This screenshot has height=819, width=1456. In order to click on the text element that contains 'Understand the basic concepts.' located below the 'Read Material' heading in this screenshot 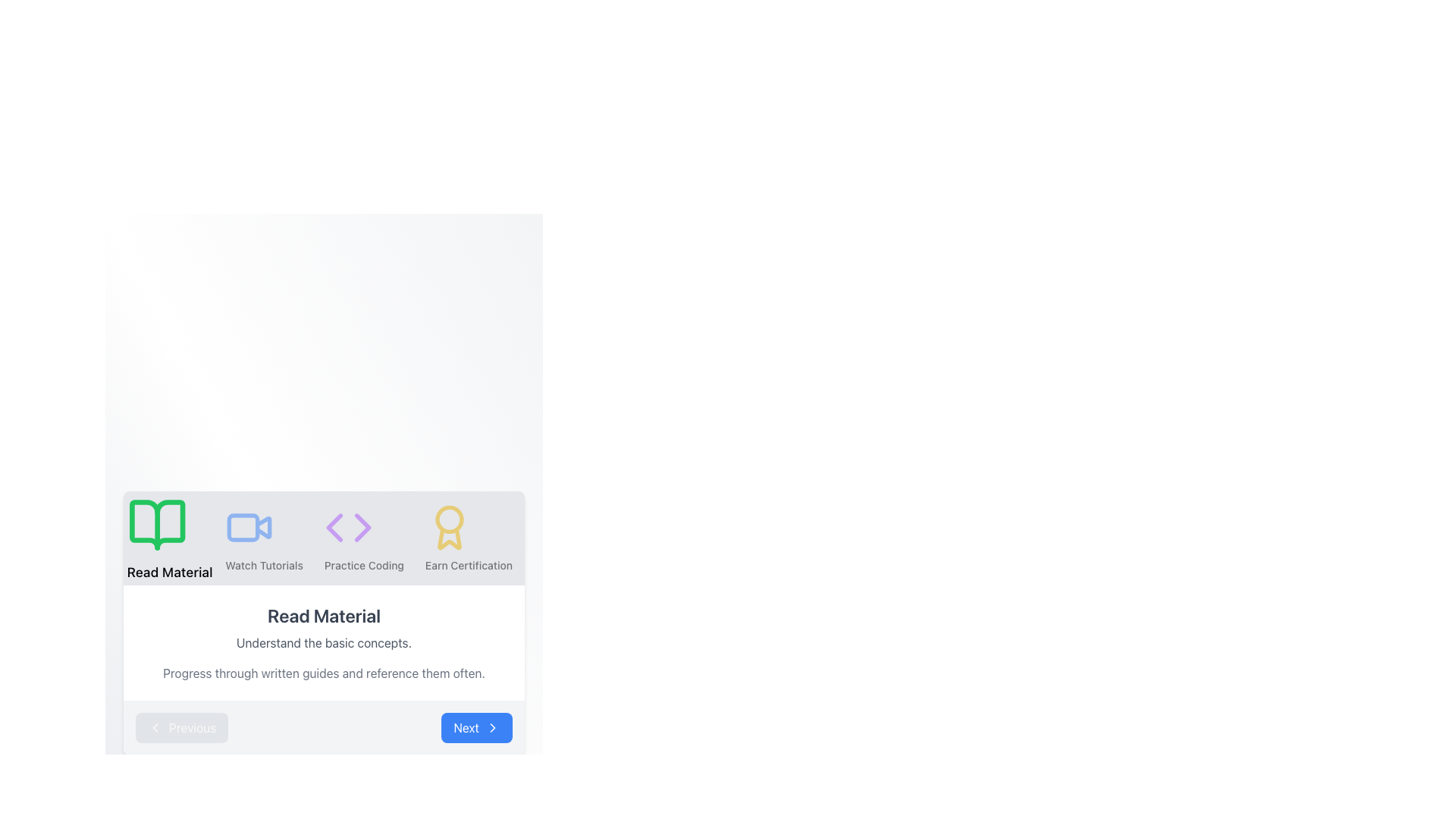, I will do `click(323, 643)`.